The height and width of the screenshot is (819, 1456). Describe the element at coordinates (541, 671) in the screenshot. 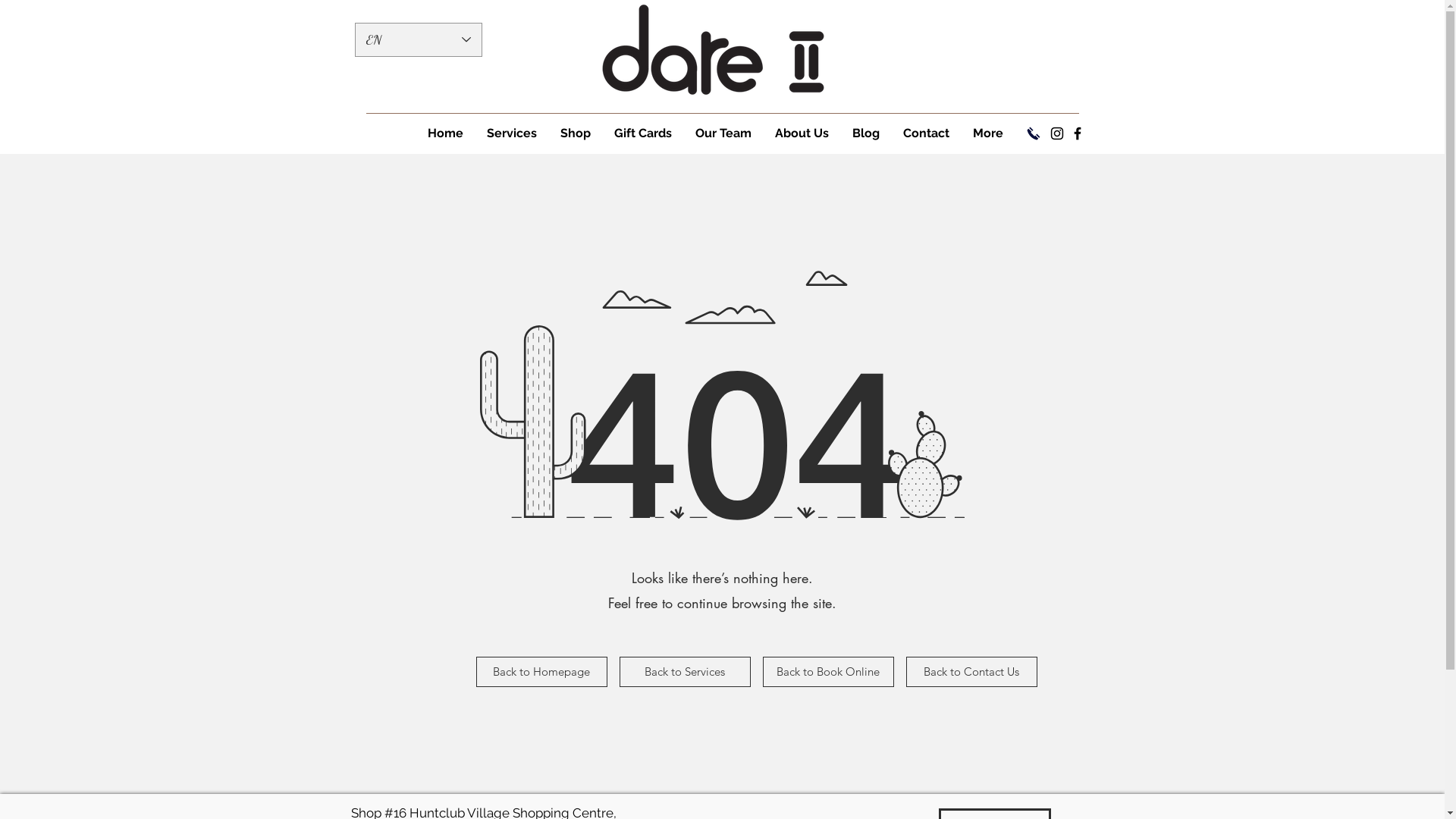

I see `'Back to Homepage'` at that location.